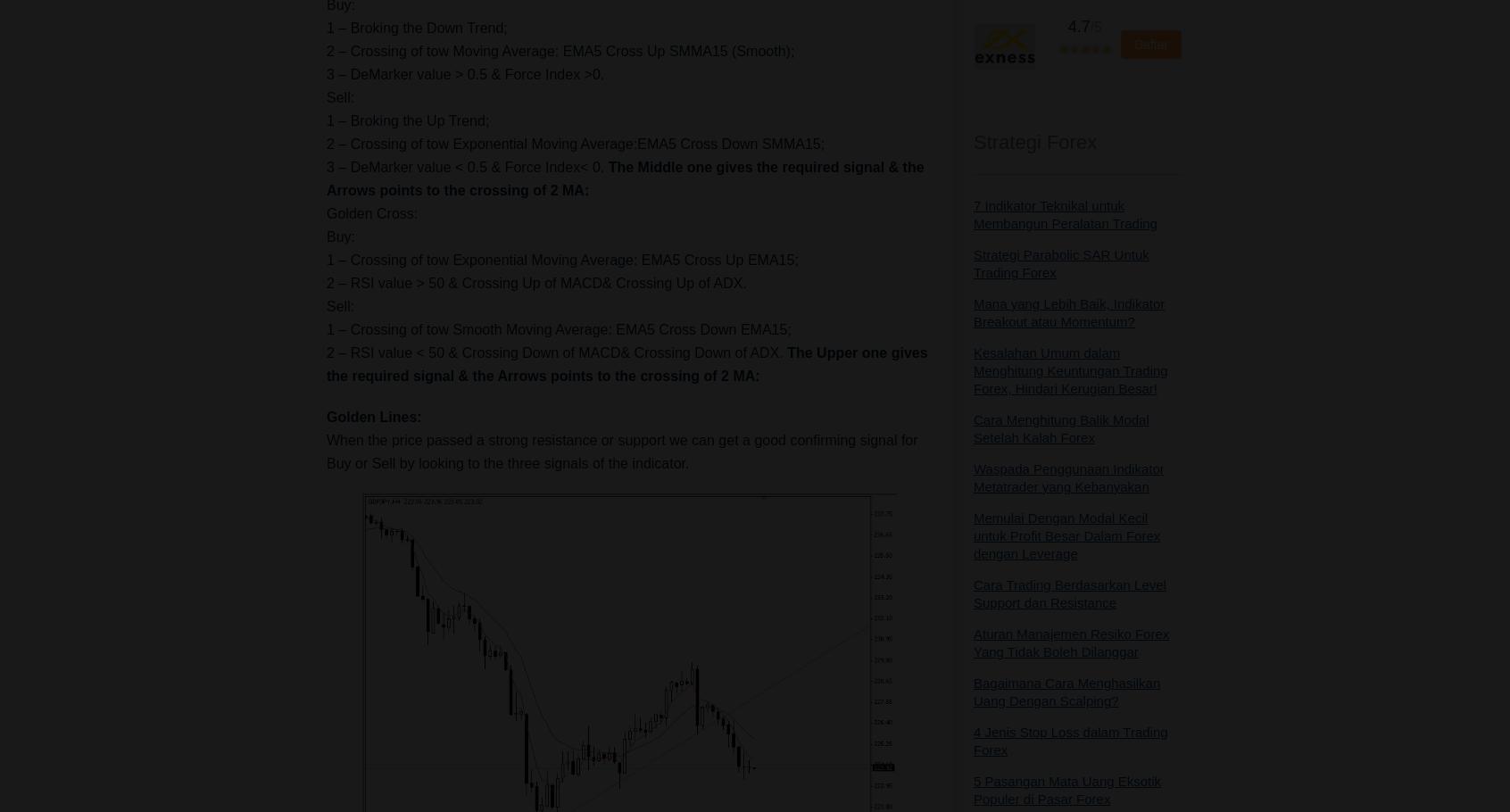  What do you see at coordinates (326, 73) in the screenshot?
I see `'3 – DeMarker value > 0.5 & Force Index >0.'` at bounding box center [326, 73].